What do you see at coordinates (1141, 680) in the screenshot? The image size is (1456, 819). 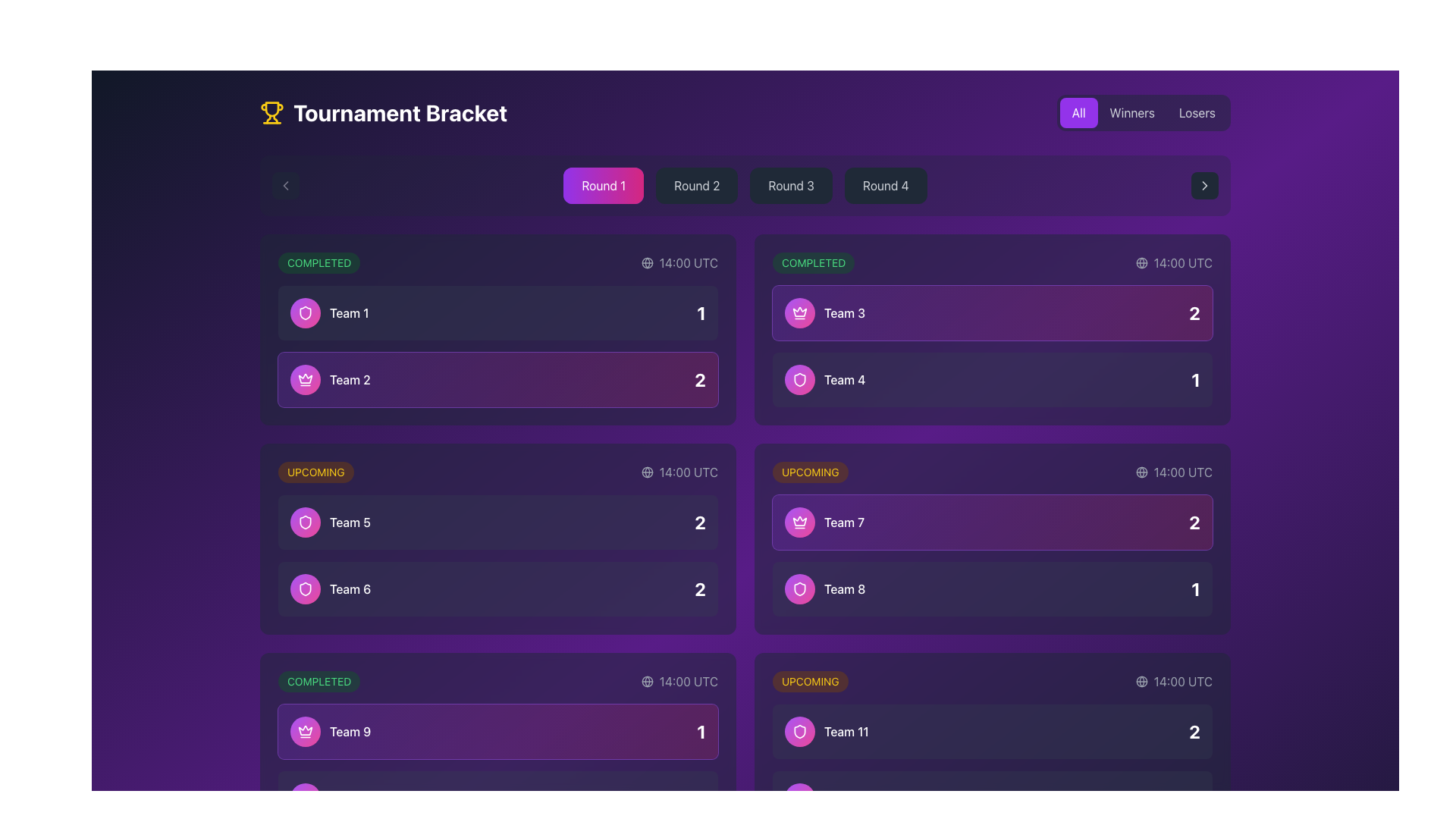 I see `the globe icon that serves as a visual indicator for global context, located before the text '14:00 UTC'` at bounding box center [1141, 680].